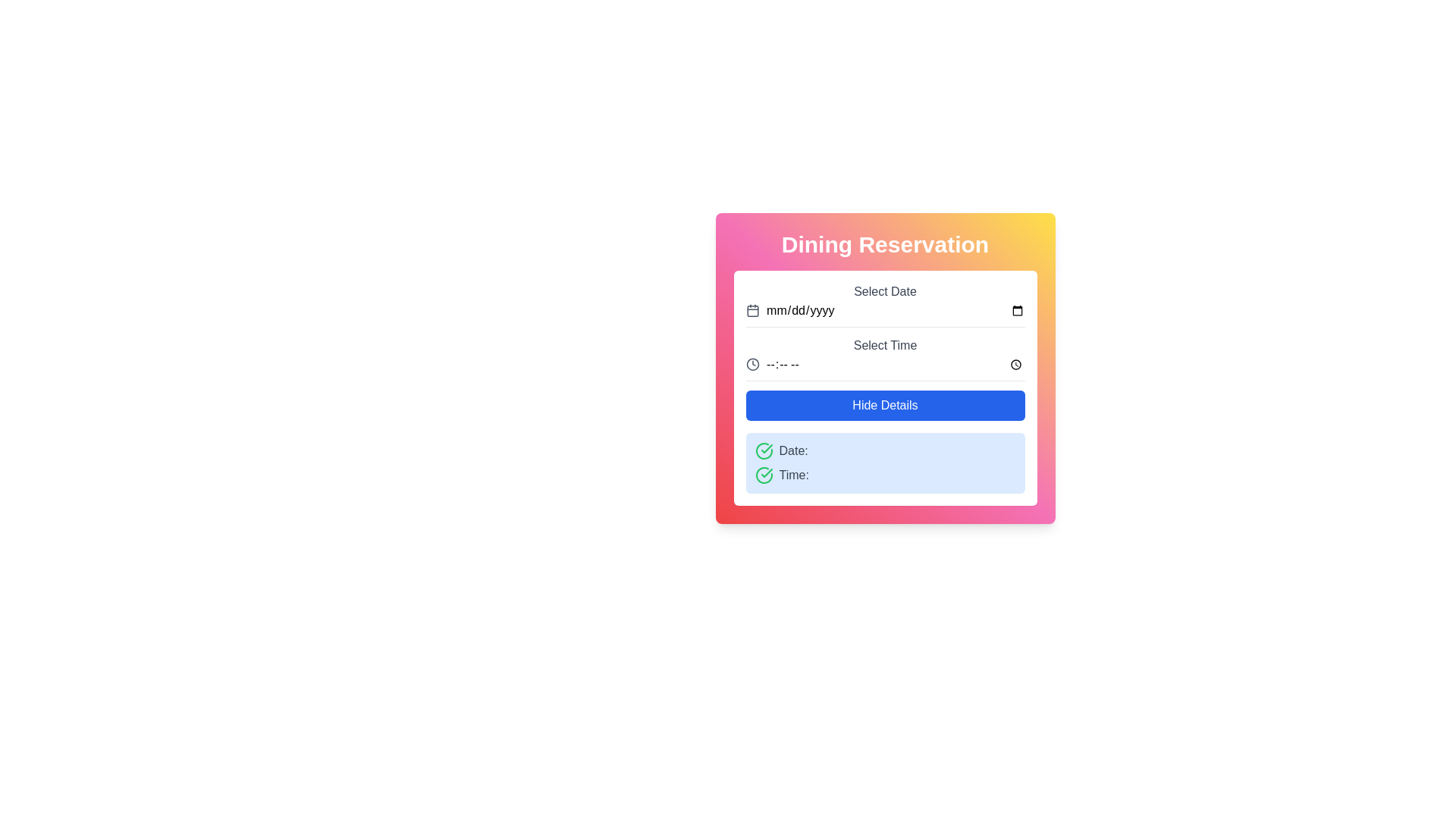 The image size is (1456, 819). Describe the element at coordinates (885, 462) in the screenshot. I see `the Status Card element located at the bottom of the centered card interface, which displays the successful selection or validation of 'Date:' and 'Time:'` at that location.